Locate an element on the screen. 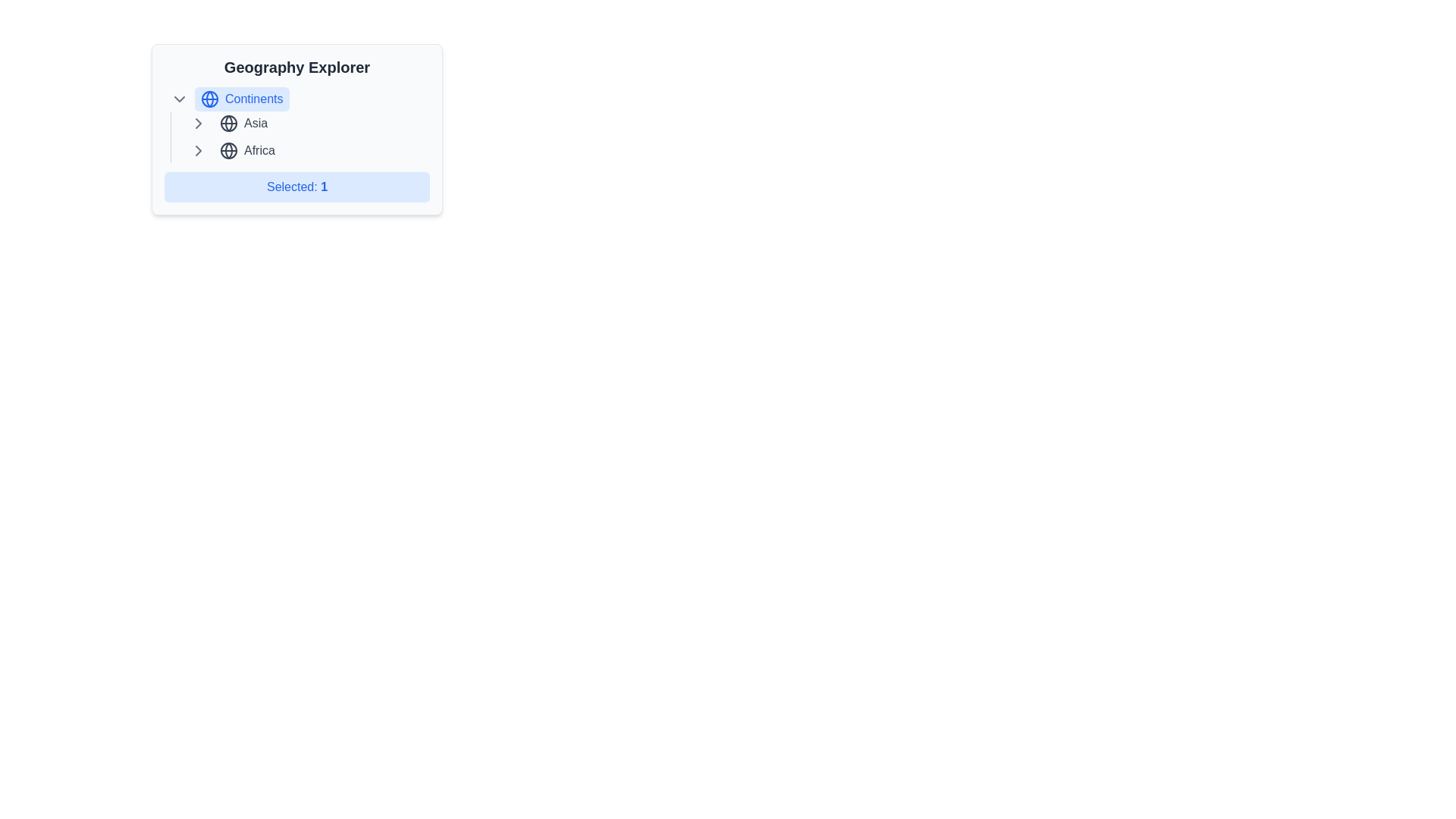  the globe icon, which is a blue circular outline with latitude and longitude lines, positioned to the left of the text label 'Continents' is located at coordinates (209, 99).